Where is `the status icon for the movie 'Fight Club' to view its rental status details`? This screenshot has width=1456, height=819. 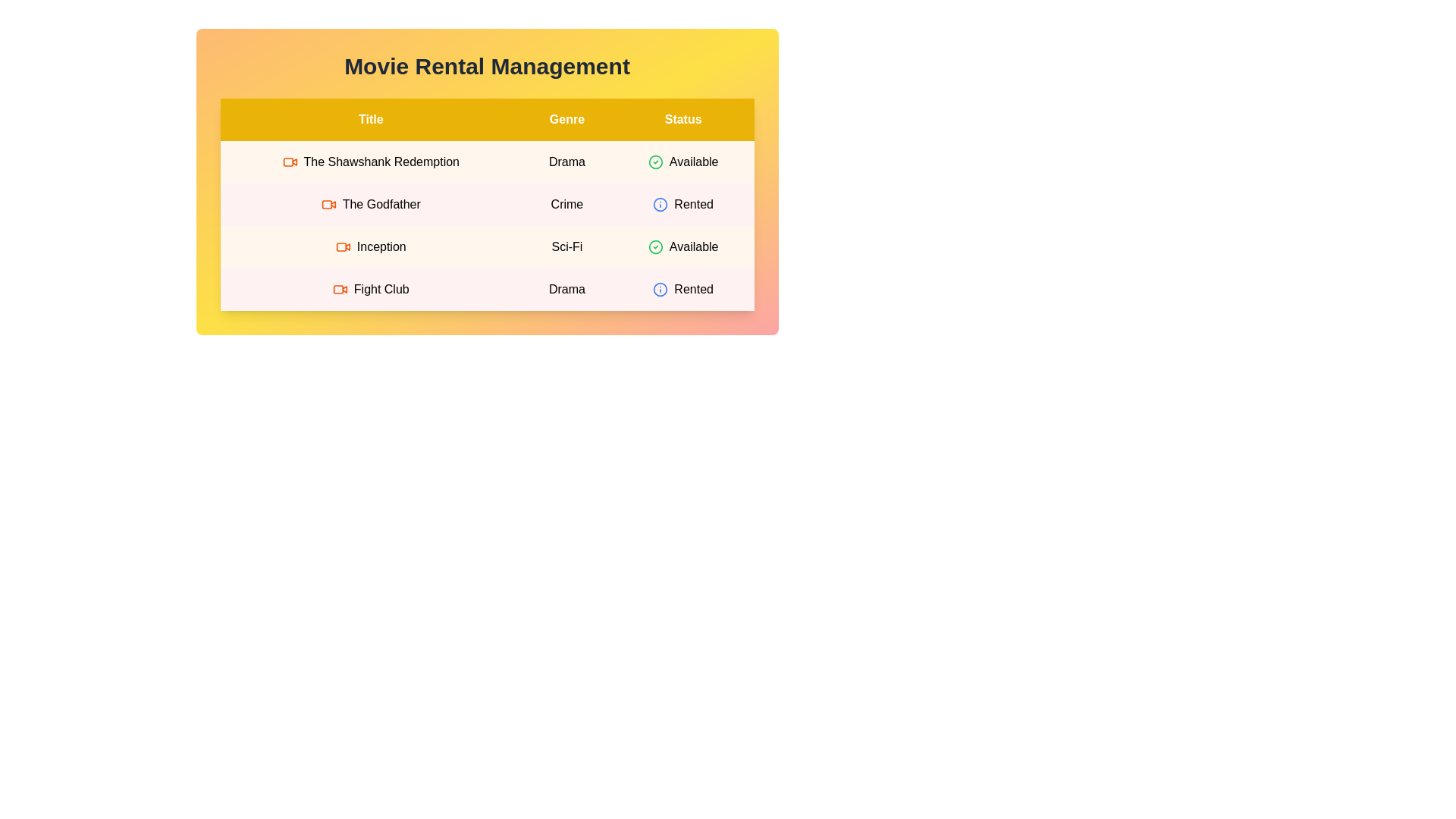 the status icon for the movie 'Fight Club' to view its rental status details is located at coordinates (661, 289).